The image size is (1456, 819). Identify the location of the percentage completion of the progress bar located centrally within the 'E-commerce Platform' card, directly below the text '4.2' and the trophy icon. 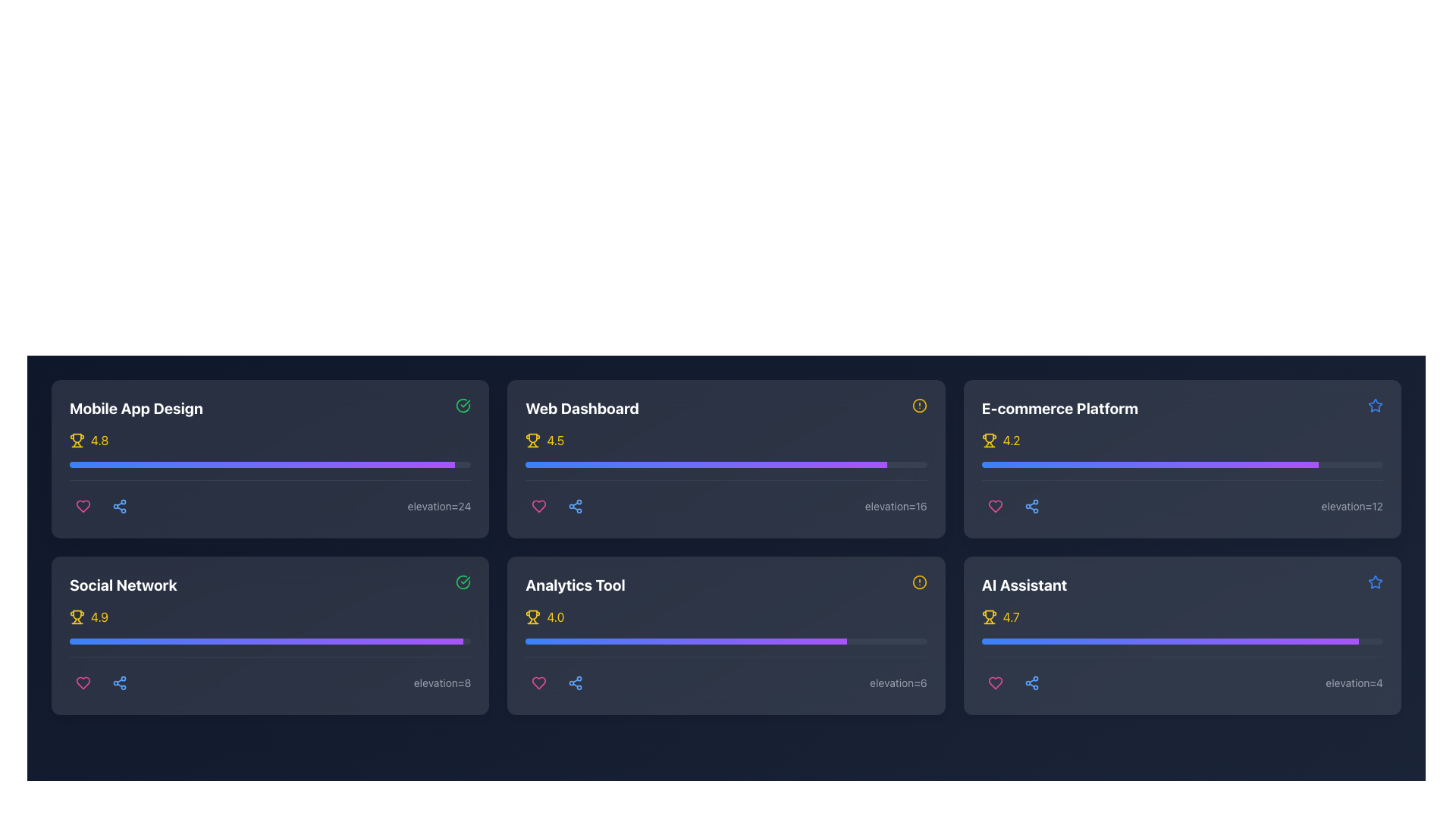
(1181, 475).